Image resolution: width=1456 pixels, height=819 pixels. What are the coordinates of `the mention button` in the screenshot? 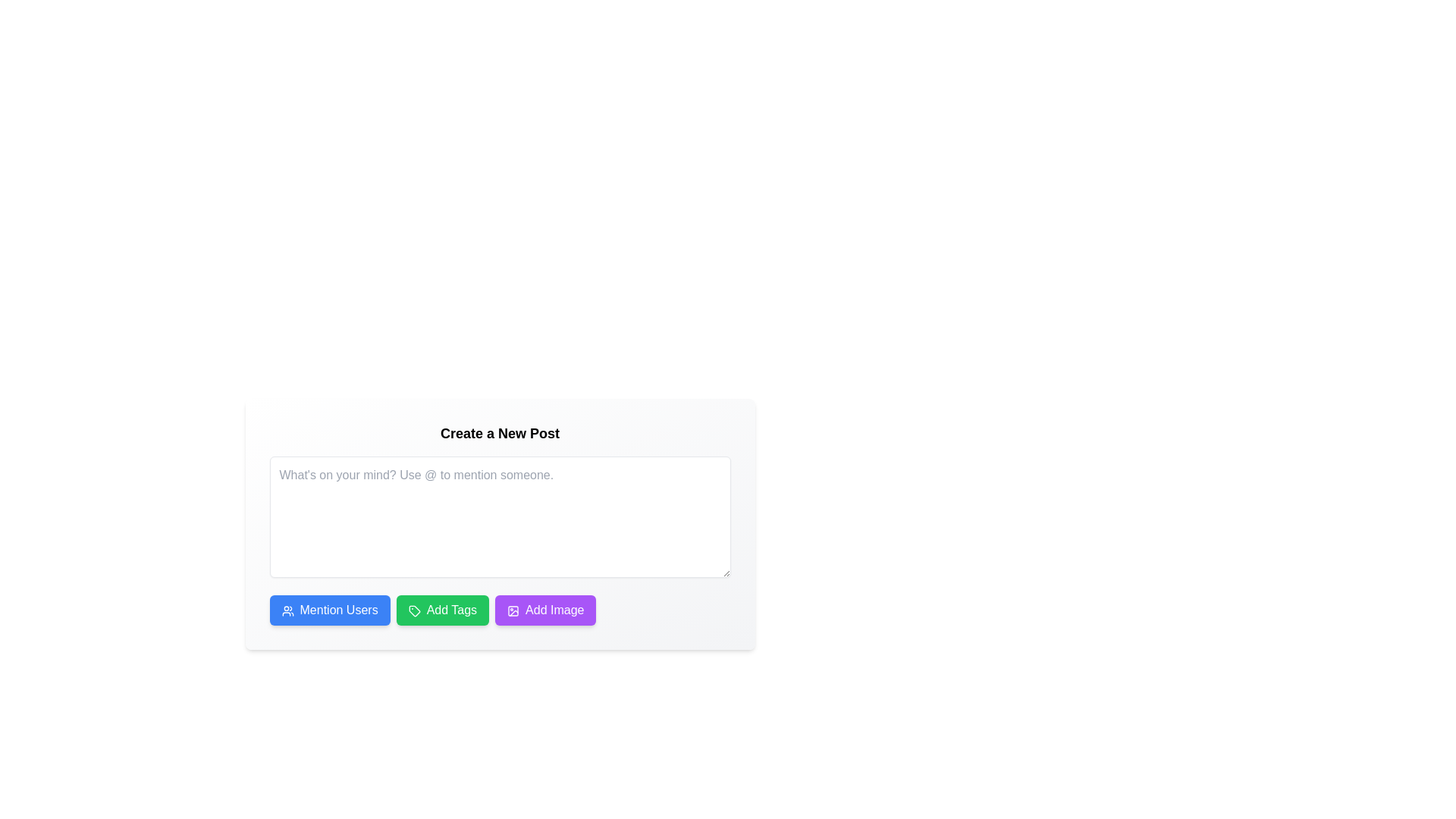 It's located at (329, 610).